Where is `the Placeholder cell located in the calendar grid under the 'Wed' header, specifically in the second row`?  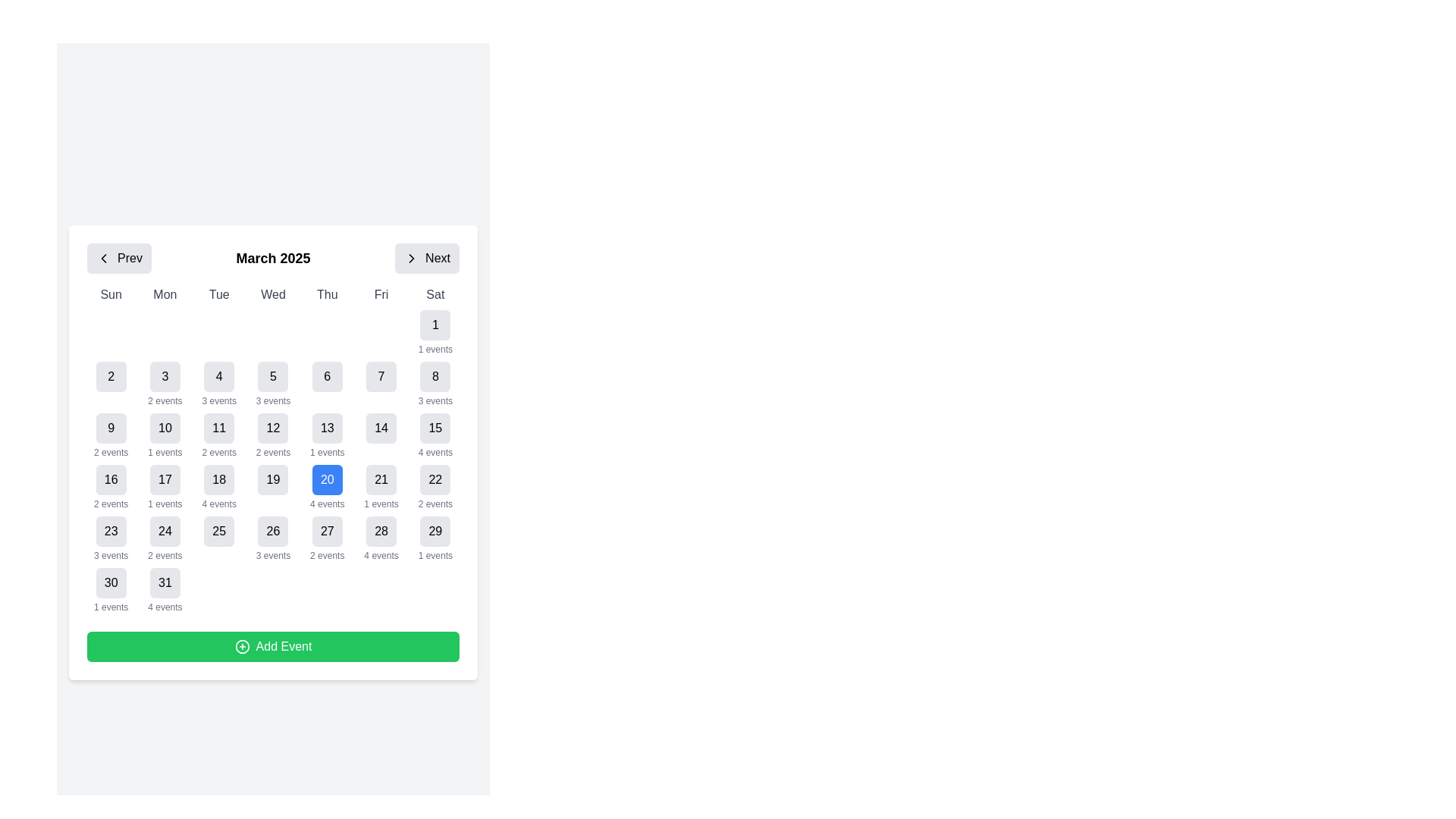
the Placeholder cell located in the calendar grid under the 'Wed' header, specifically in the second row is located at coordinates (273, 332).